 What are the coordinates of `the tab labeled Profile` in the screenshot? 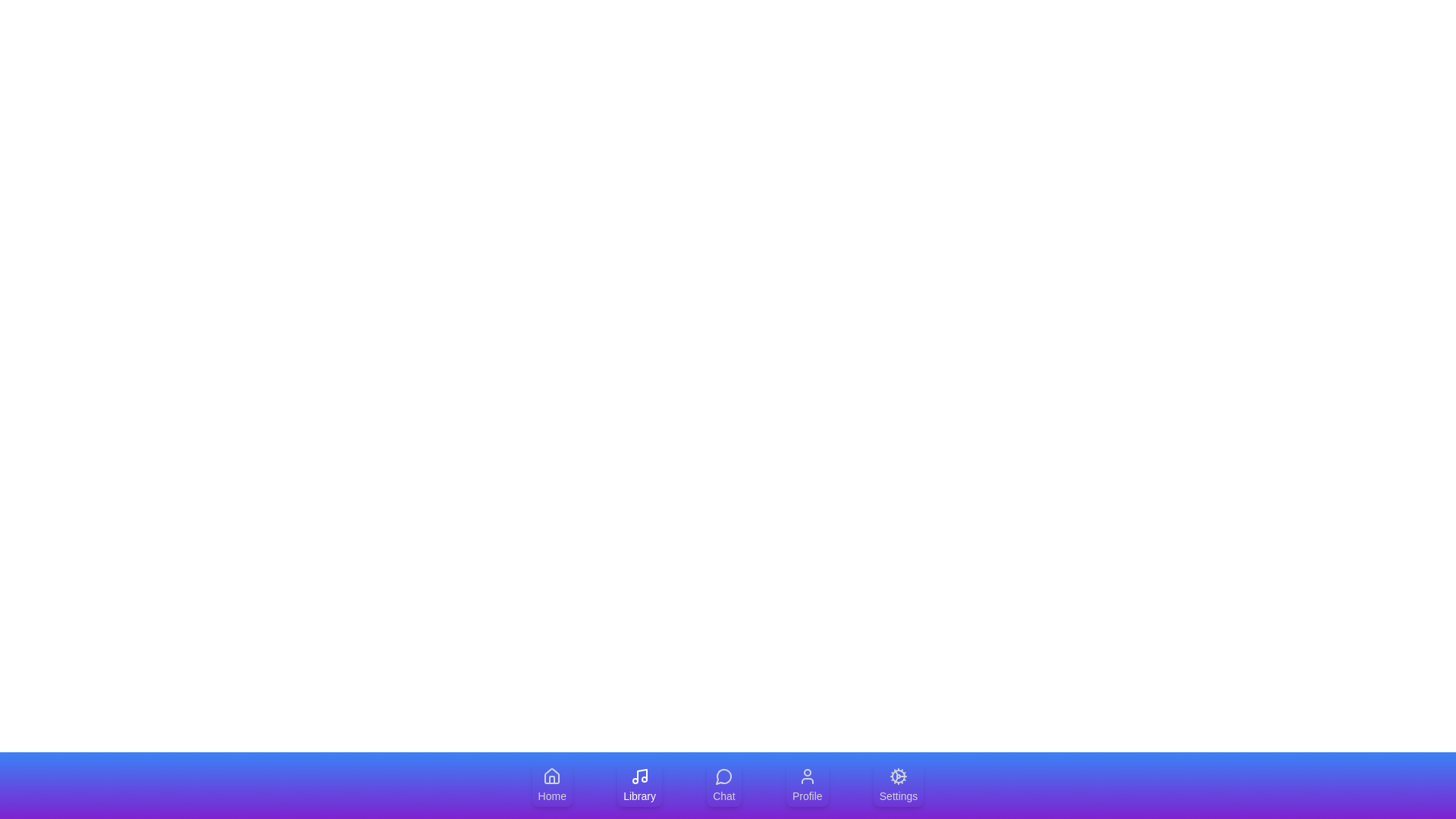 It's located at (806, 785).